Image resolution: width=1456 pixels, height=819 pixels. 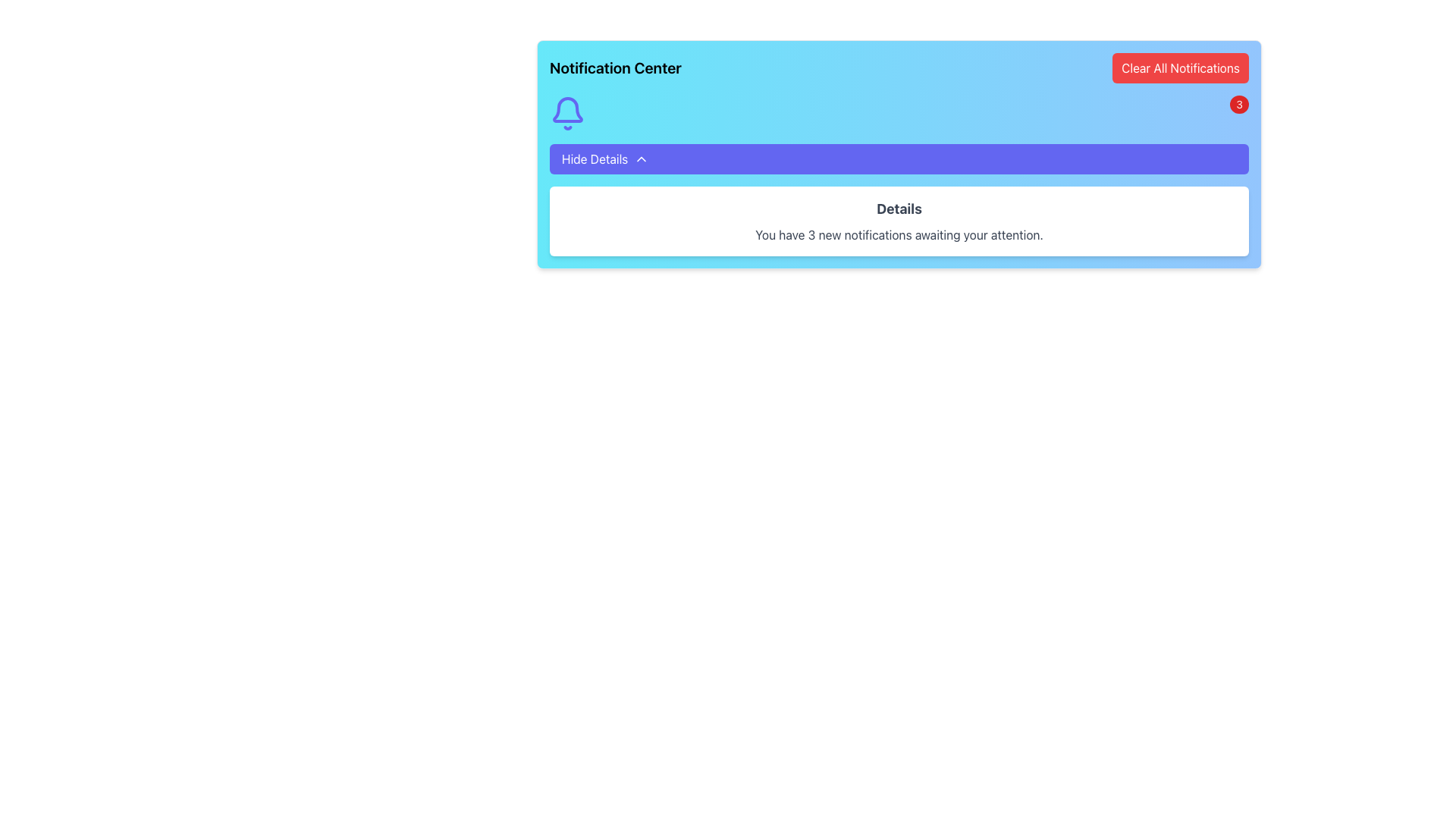 What do you see at coordinates (1180, 67) in the screenshot?
I see `the clear notifications button located at the upper right corner of the Notification Center, which has a blue gradient background` at bounding box center [1180, 67].